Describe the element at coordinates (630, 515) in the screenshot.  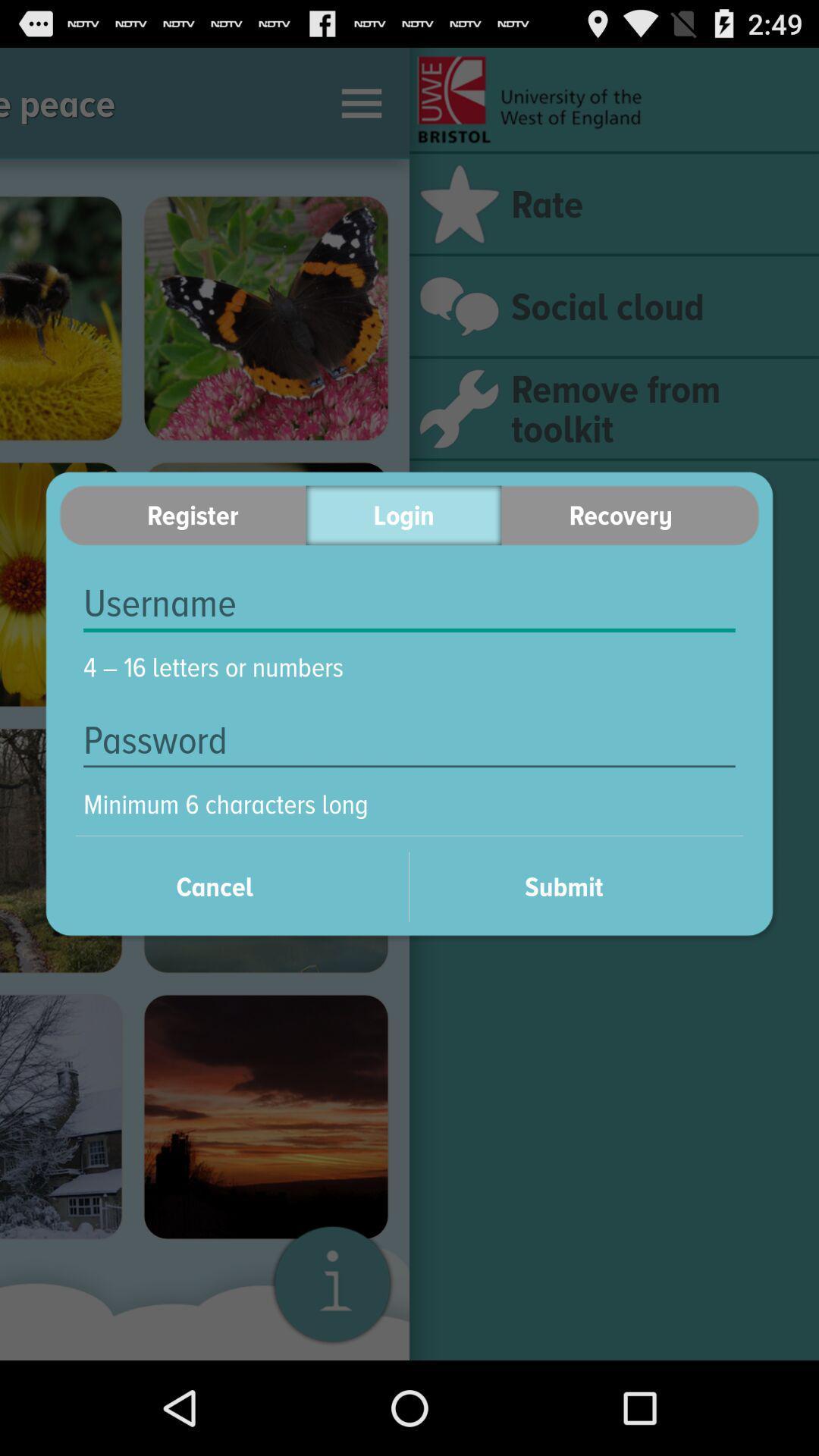
I see `the item to the right of the login item` at that location.